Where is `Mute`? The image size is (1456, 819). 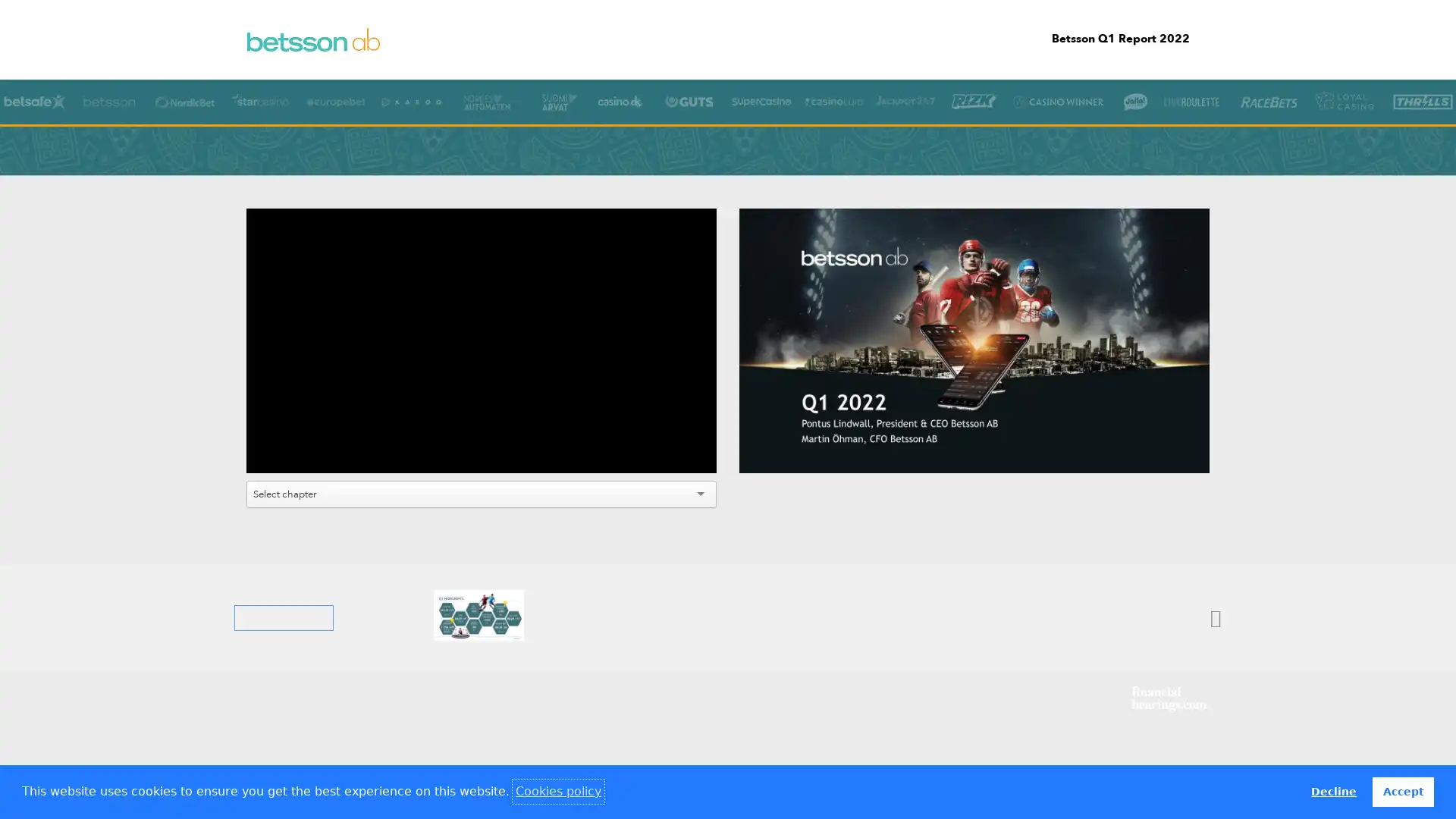 Mute is located at coordinates (291, 449).